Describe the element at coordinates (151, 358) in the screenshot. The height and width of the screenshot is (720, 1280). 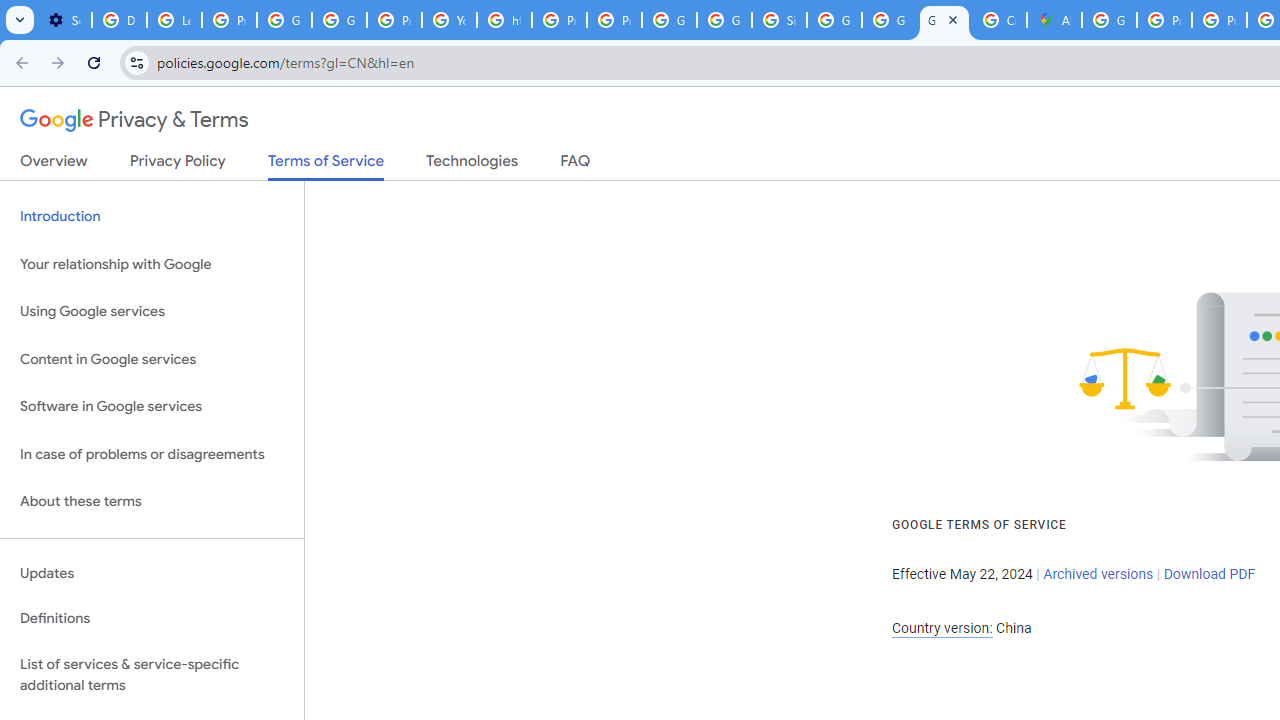
I see `'Content in Google services'` at that location.